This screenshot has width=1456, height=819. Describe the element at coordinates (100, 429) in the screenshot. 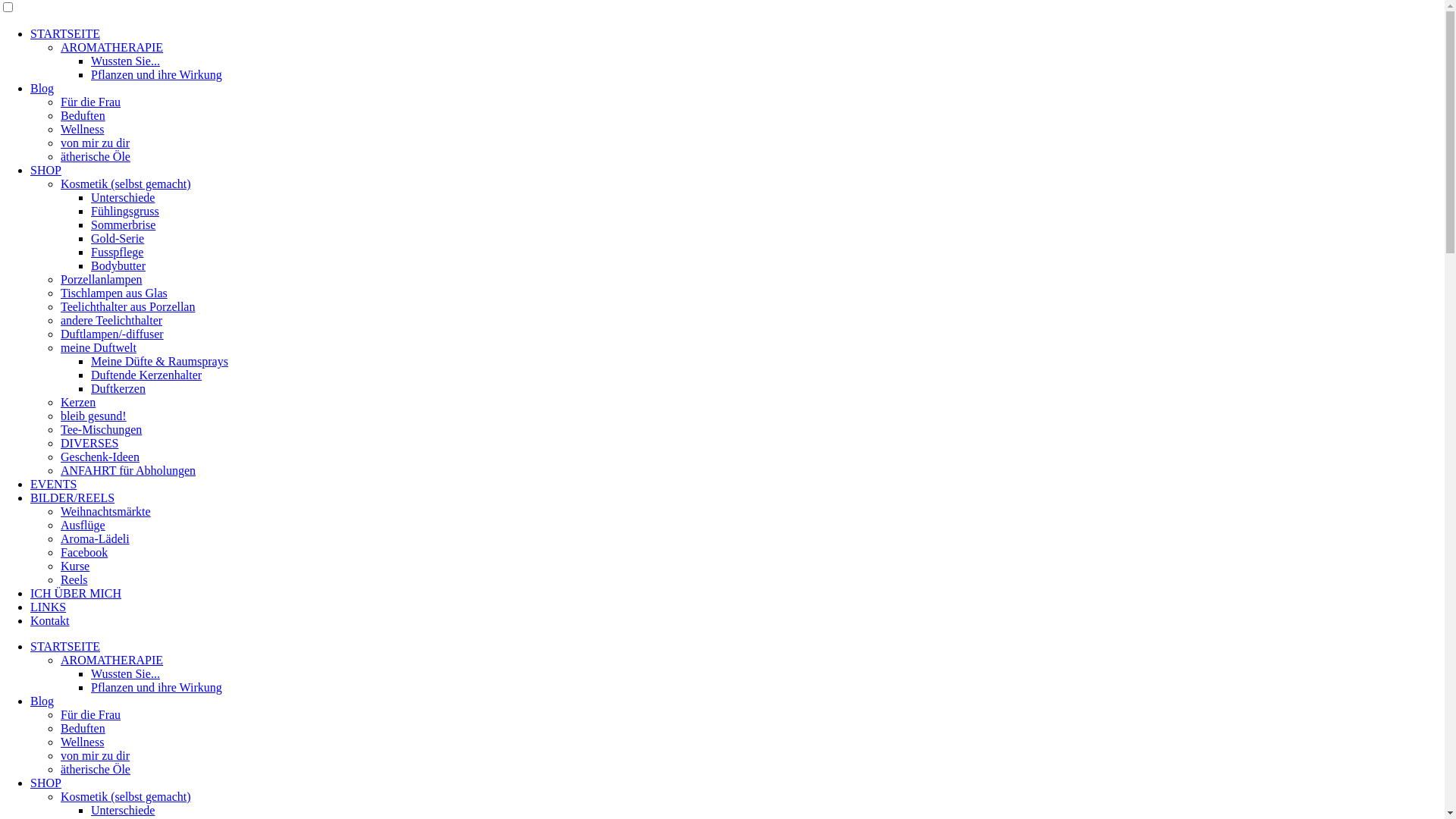

I see `'Tee-Mischungen'` at that location.